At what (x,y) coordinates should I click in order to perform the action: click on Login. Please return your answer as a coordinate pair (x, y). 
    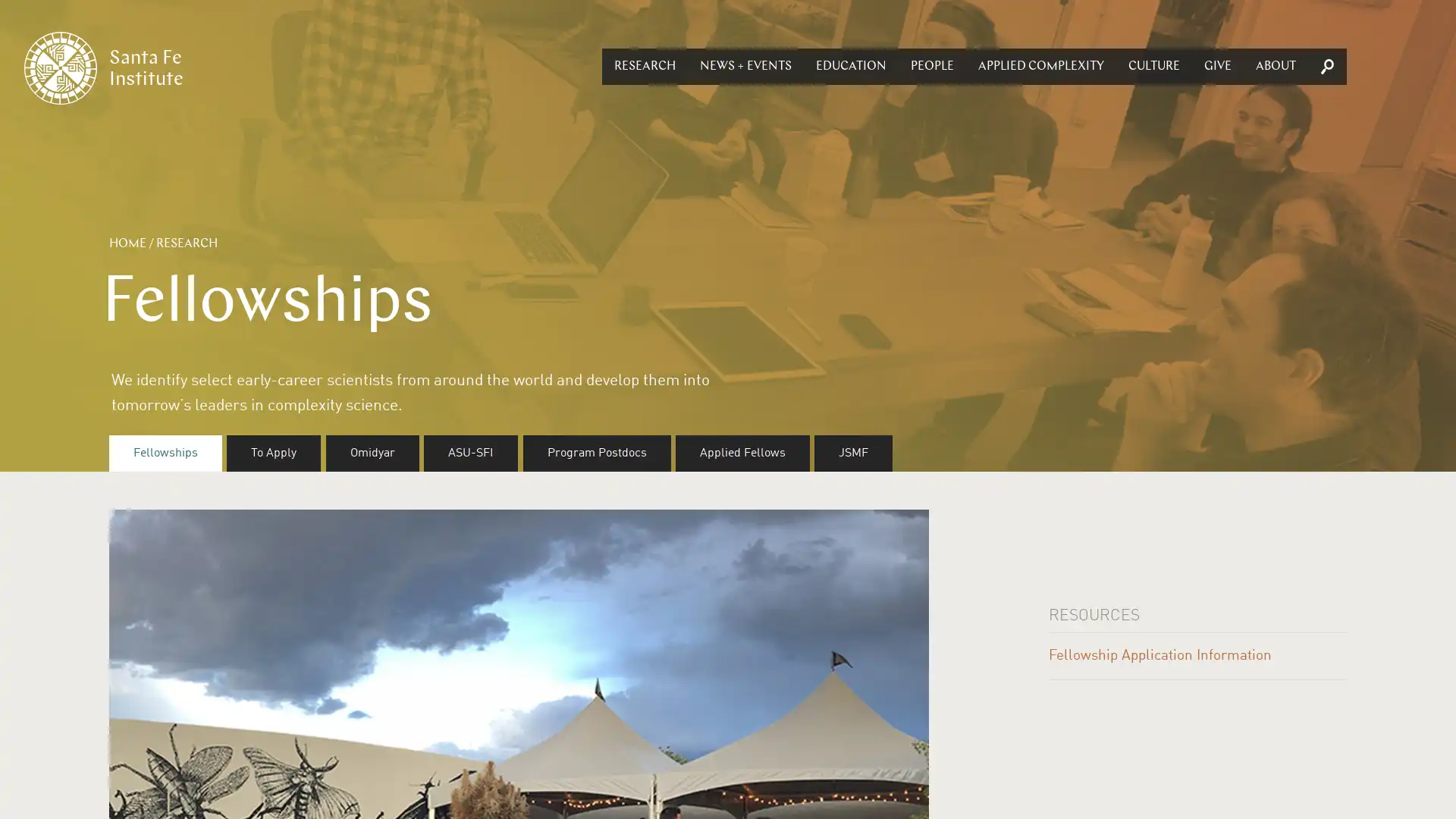
    Looking at the image, I should click on (720, 378).